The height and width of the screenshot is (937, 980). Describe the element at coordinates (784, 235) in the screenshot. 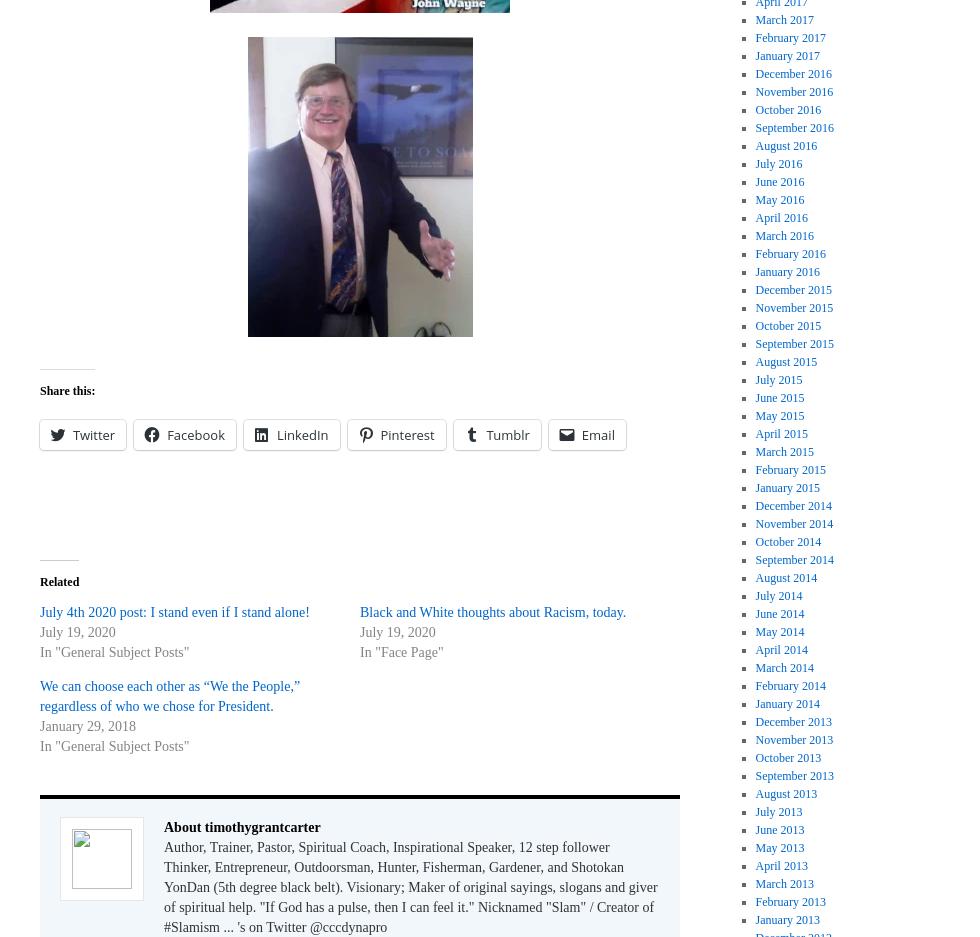

I see `'March 2016'` at that location.